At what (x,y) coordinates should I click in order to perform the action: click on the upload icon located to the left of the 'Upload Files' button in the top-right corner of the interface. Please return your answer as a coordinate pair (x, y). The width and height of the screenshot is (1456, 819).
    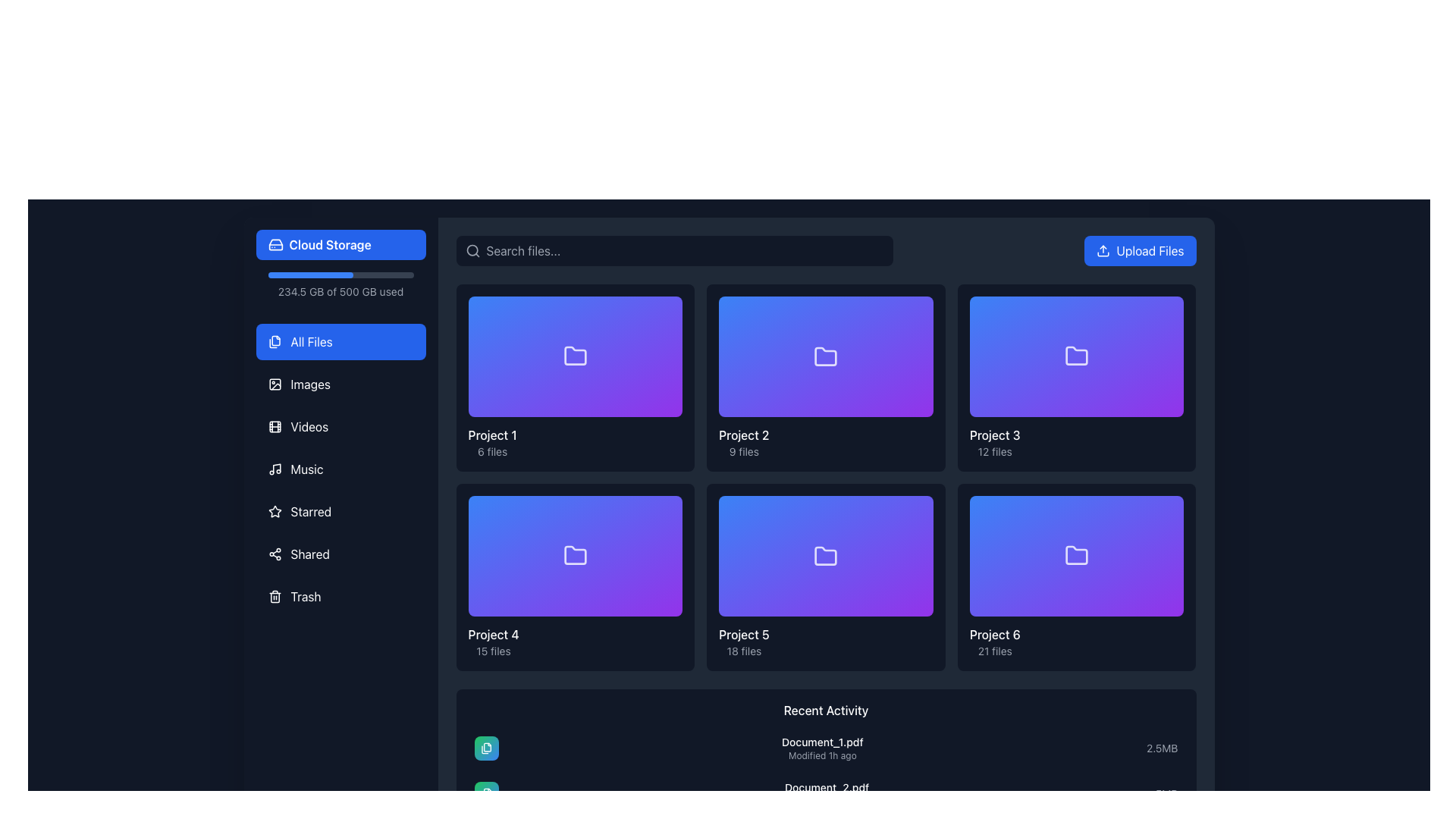
    Looking at the image, I should click on (1103, 250).